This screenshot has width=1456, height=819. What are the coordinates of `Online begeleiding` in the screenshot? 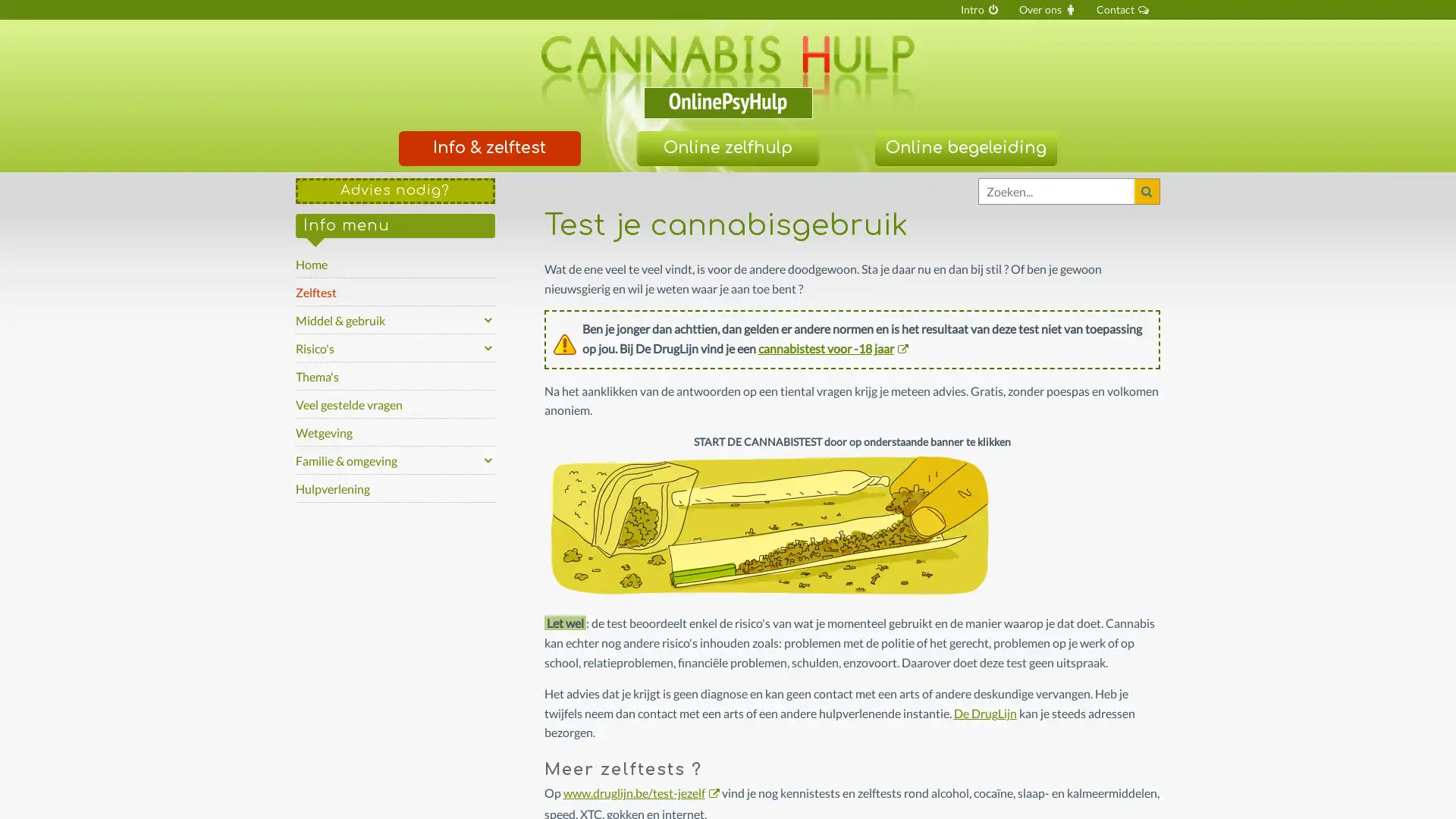 It's located at (964, 148).